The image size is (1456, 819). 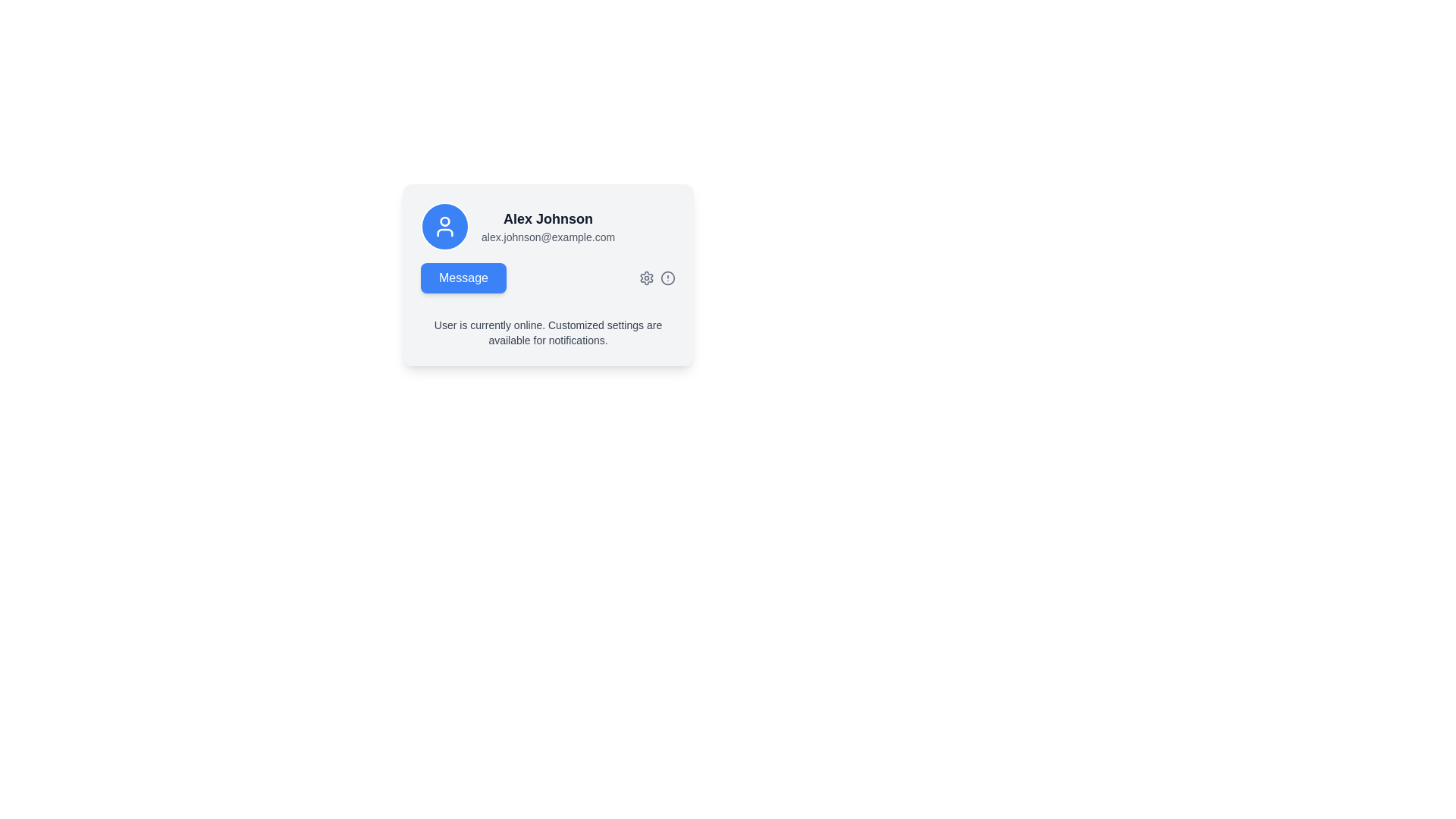 What do you see at coordinates (463, 278) in the screenshot?
I see `the rectangular blue button labeled 'Message'` at bounding box center [463, 278].